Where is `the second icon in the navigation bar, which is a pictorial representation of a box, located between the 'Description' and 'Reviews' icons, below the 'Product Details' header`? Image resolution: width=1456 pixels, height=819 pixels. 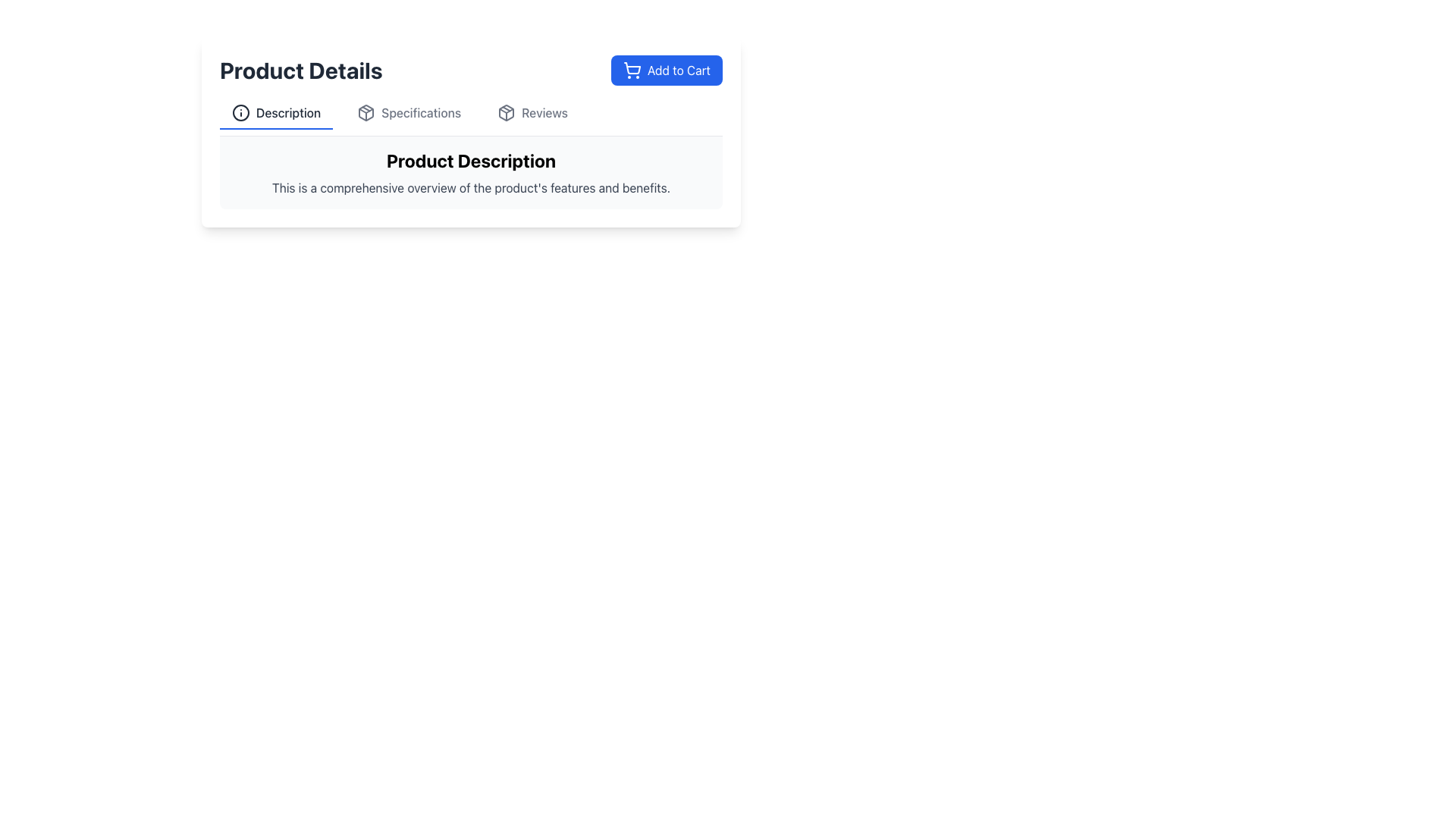 the second icon in the navigation bar, which is a pictorial representation of a box, located between the 'Description' and 'Reviews' icons, below the 'Product Details' header is located at coordinates (507, 112).